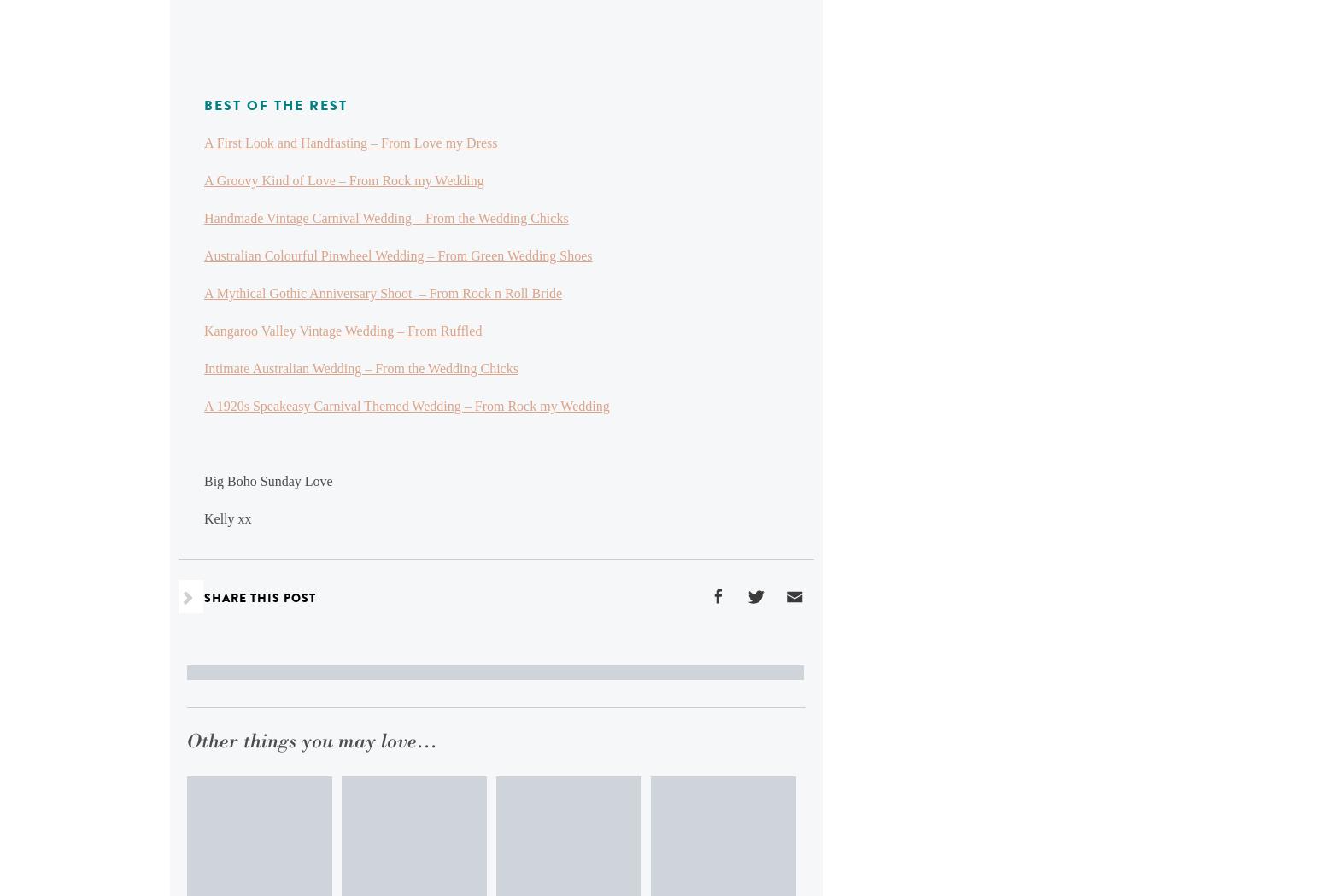  What do you see at coordinates (204, 406) in the screenshot?
I see `'A 1920s Speakeasy Carnival Themed Wedding – From Rock my Wedding'` at bounding box center [204, 406].